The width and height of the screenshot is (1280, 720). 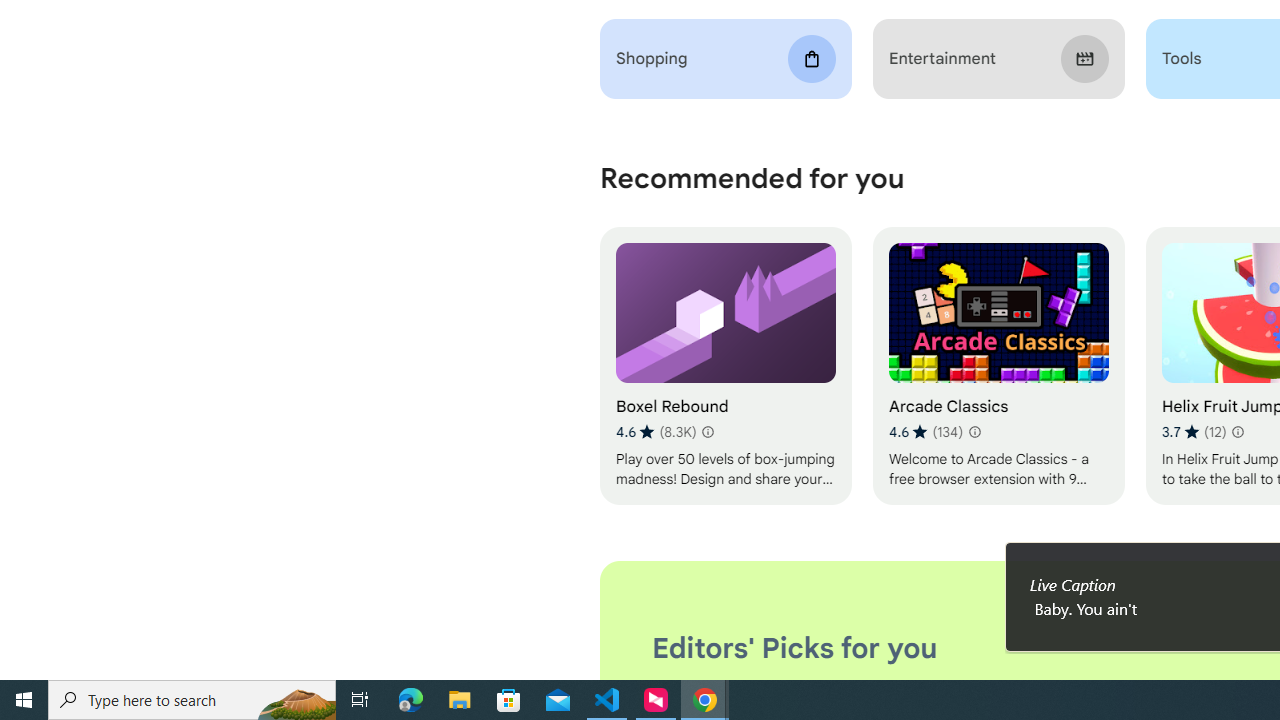 What do you see at coordinates (998, 58) in the screenshot?
I see `'Entertainment'` at bounding box center [998, 58].